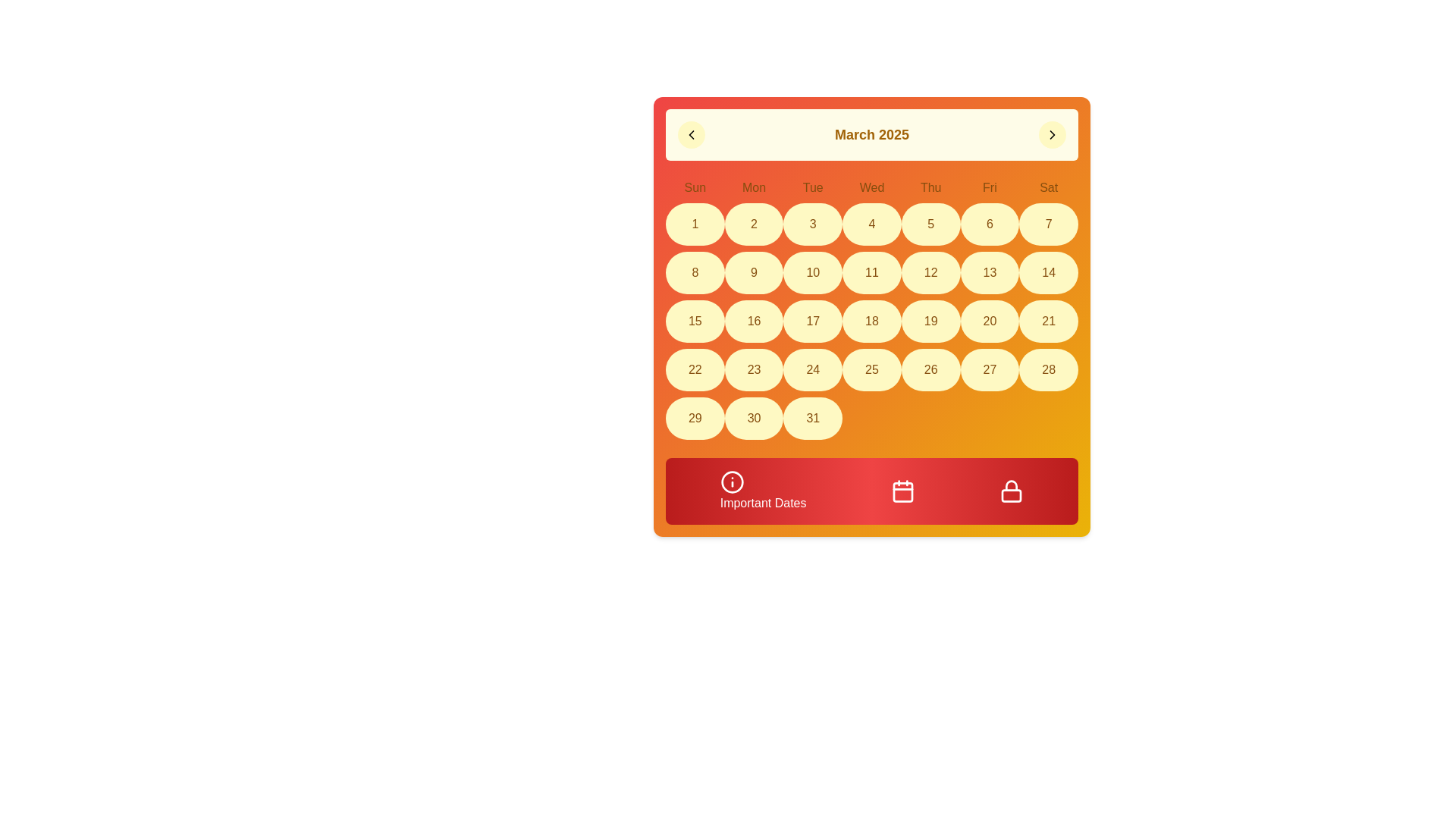 The image size is (1456, 819). I want to click on the yellow circular button displaying the number '12' in brown font, located in the fifth column of the third row of the calendar grid, so click(930, 271).